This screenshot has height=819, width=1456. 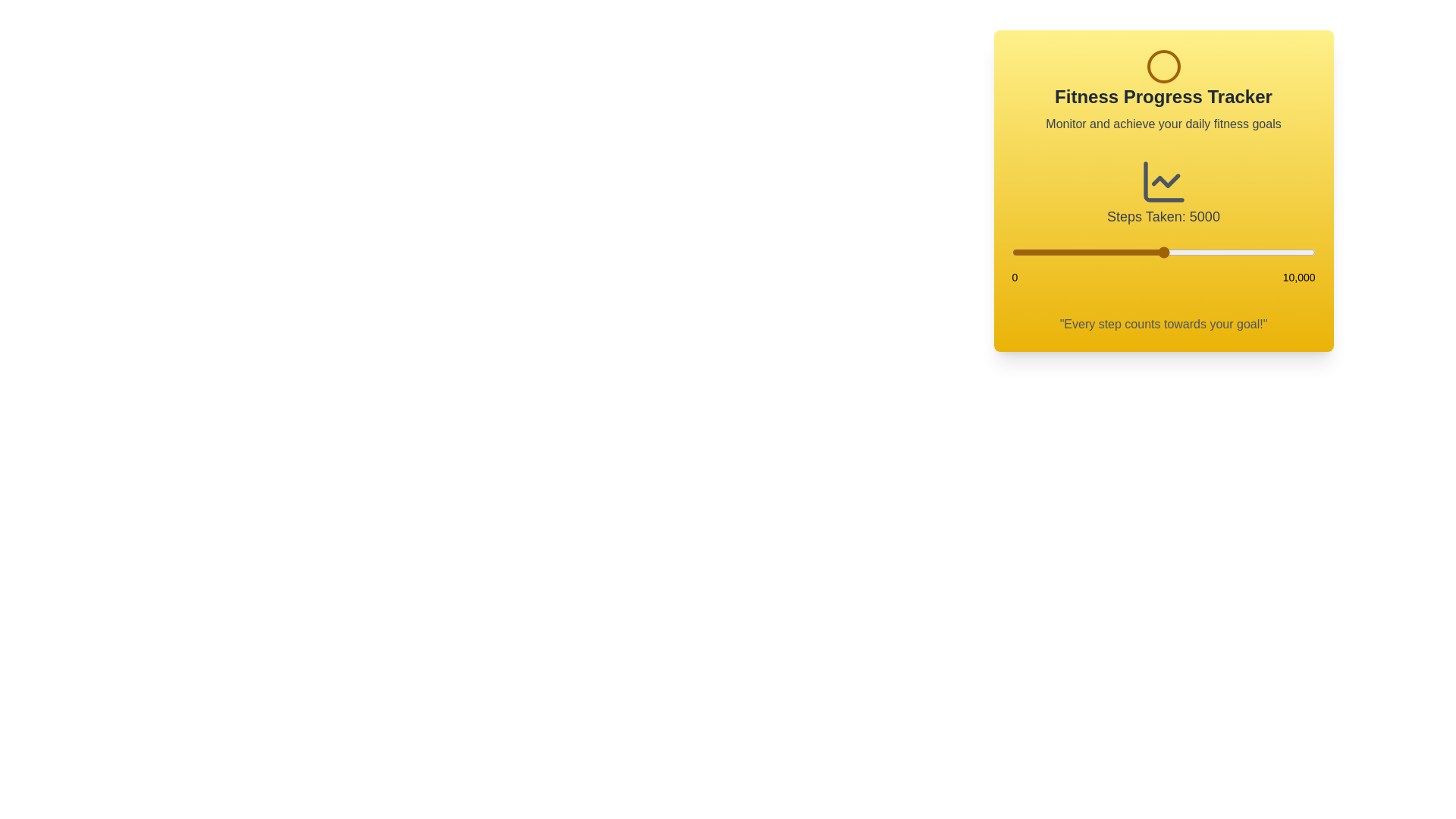 What do you see at coordinates (1263, 251) in the screenshot?
I see `the step count to 8278 using the slider` at bounding box center [1263, 251].